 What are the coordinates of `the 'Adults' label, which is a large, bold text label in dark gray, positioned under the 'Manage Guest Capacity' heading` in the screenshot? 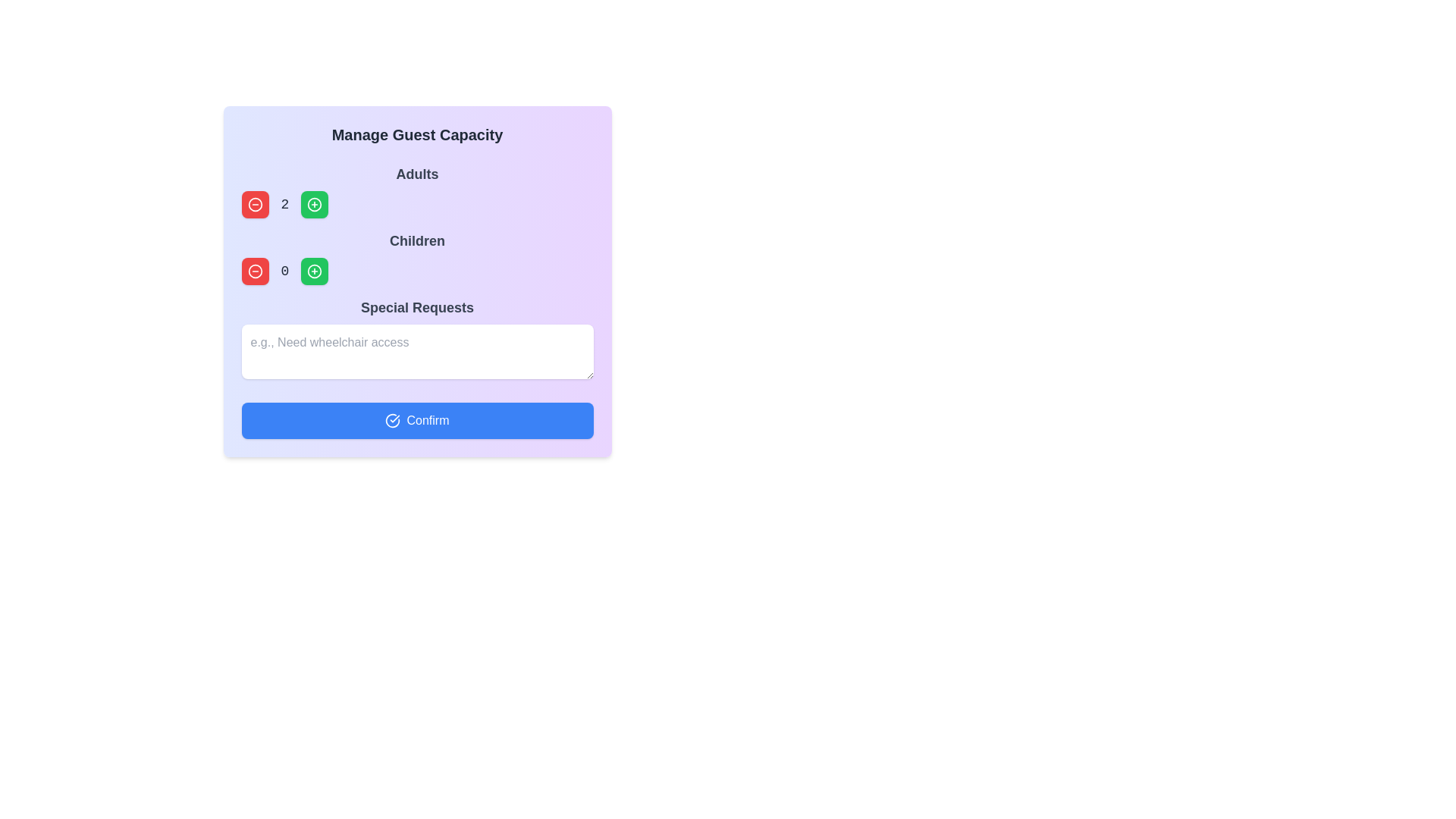 It's located at (417, 174).